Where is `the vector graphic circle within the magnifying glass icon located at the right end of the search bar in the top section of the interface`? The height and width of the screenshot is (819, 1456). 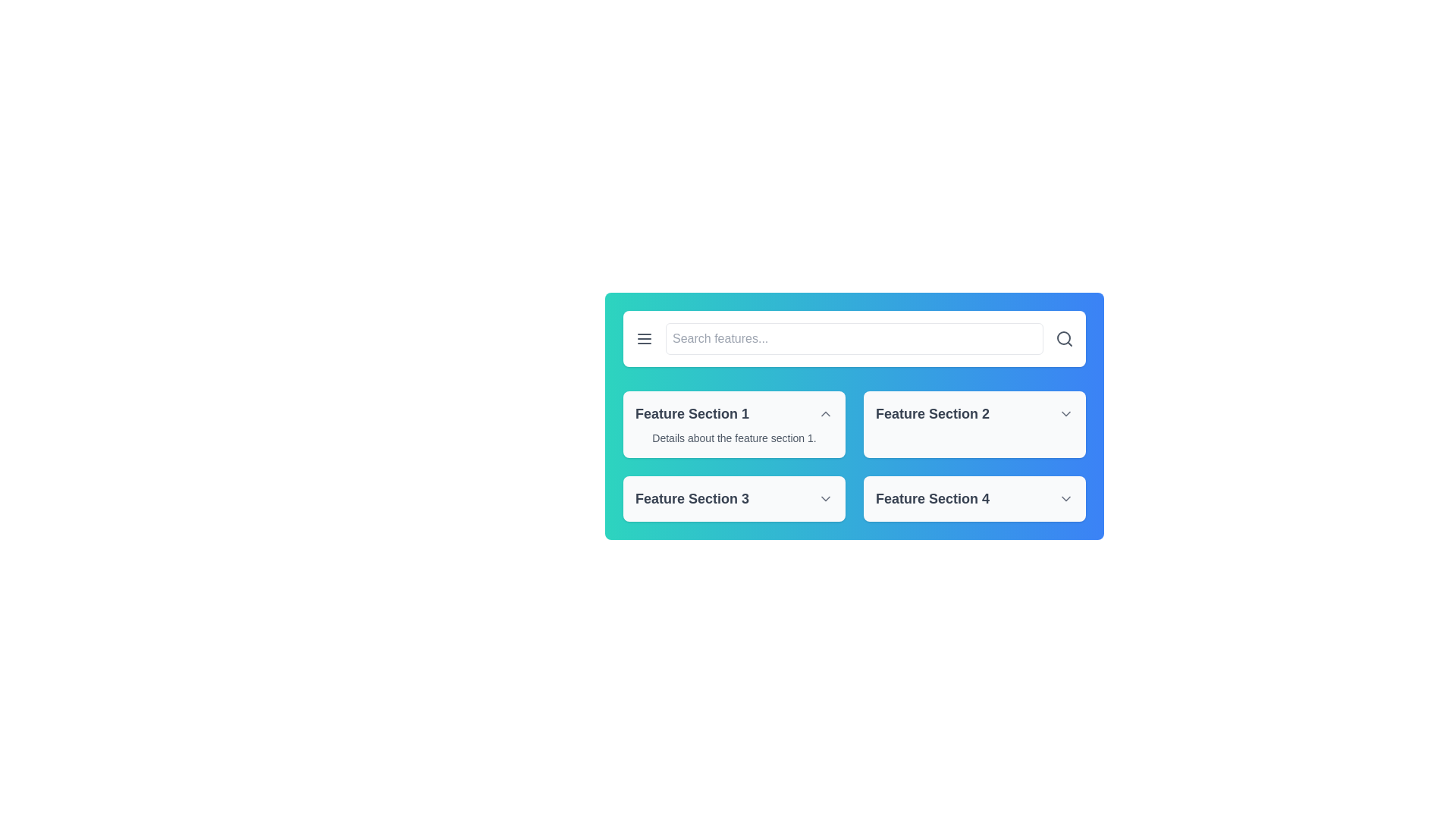 the vector graphic circle within the magnifying glass icon located at the right end of the search bar in the top section of the interface is located at coordinates (1062, 337).